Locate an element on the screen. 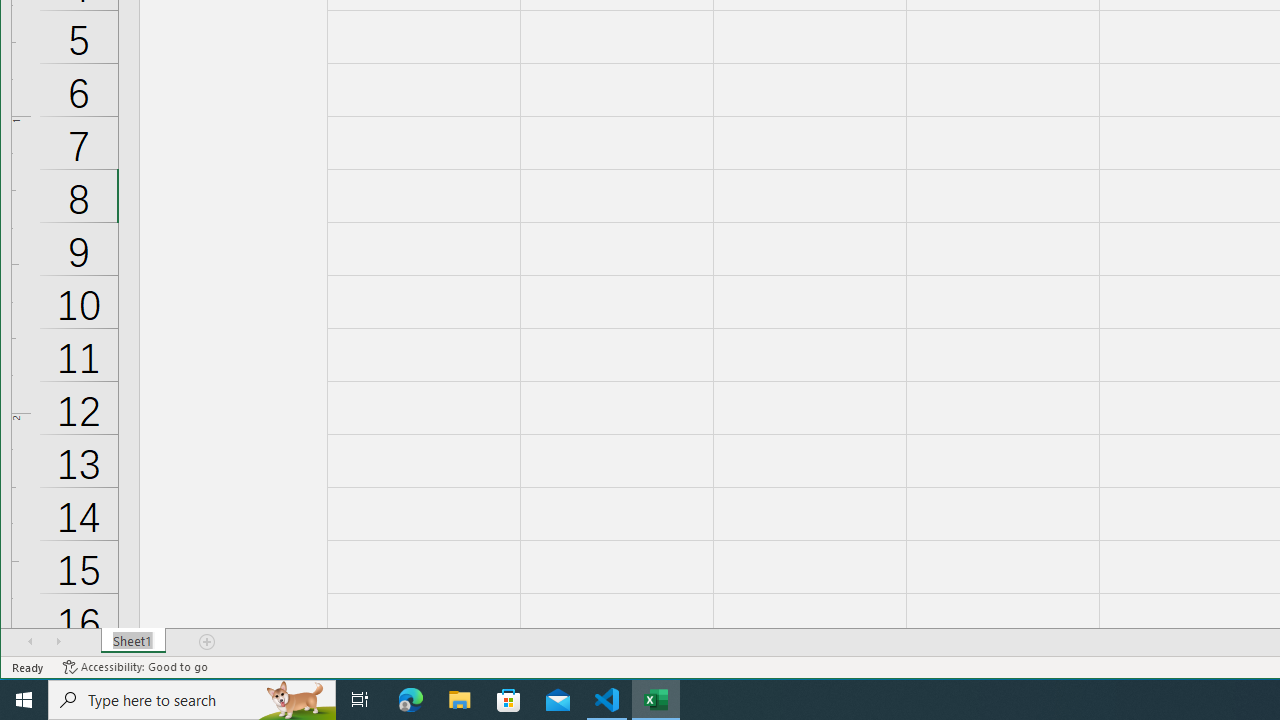  'Add Sheet' is located at coordinates (208, 641).